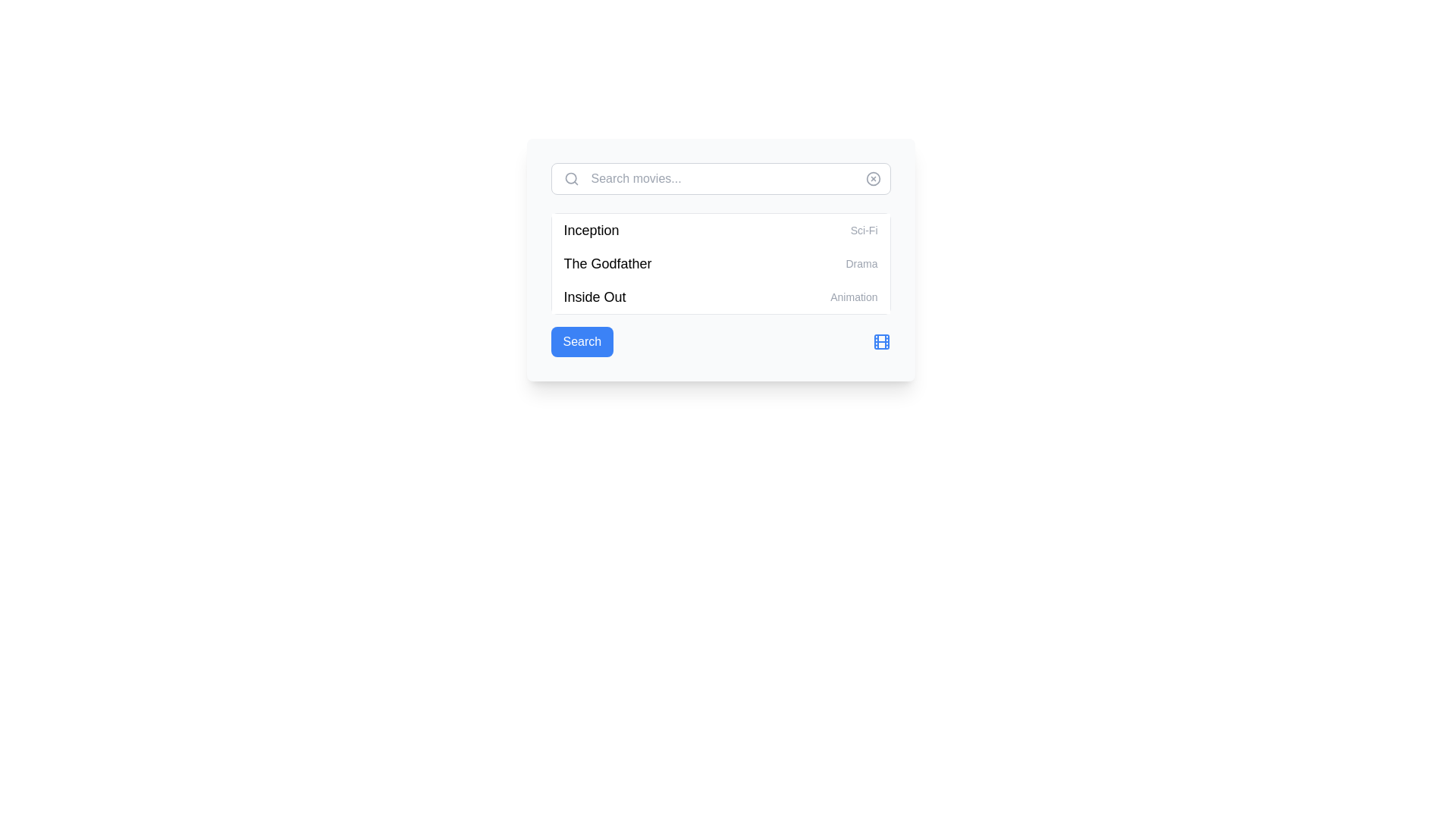 The image size is (1456, 819). I want to click on the text label displaying 'Sci-Fi', which is aligned to the right of the larger text 'Inception' and is part of the movie entry list, so click(864, 231).